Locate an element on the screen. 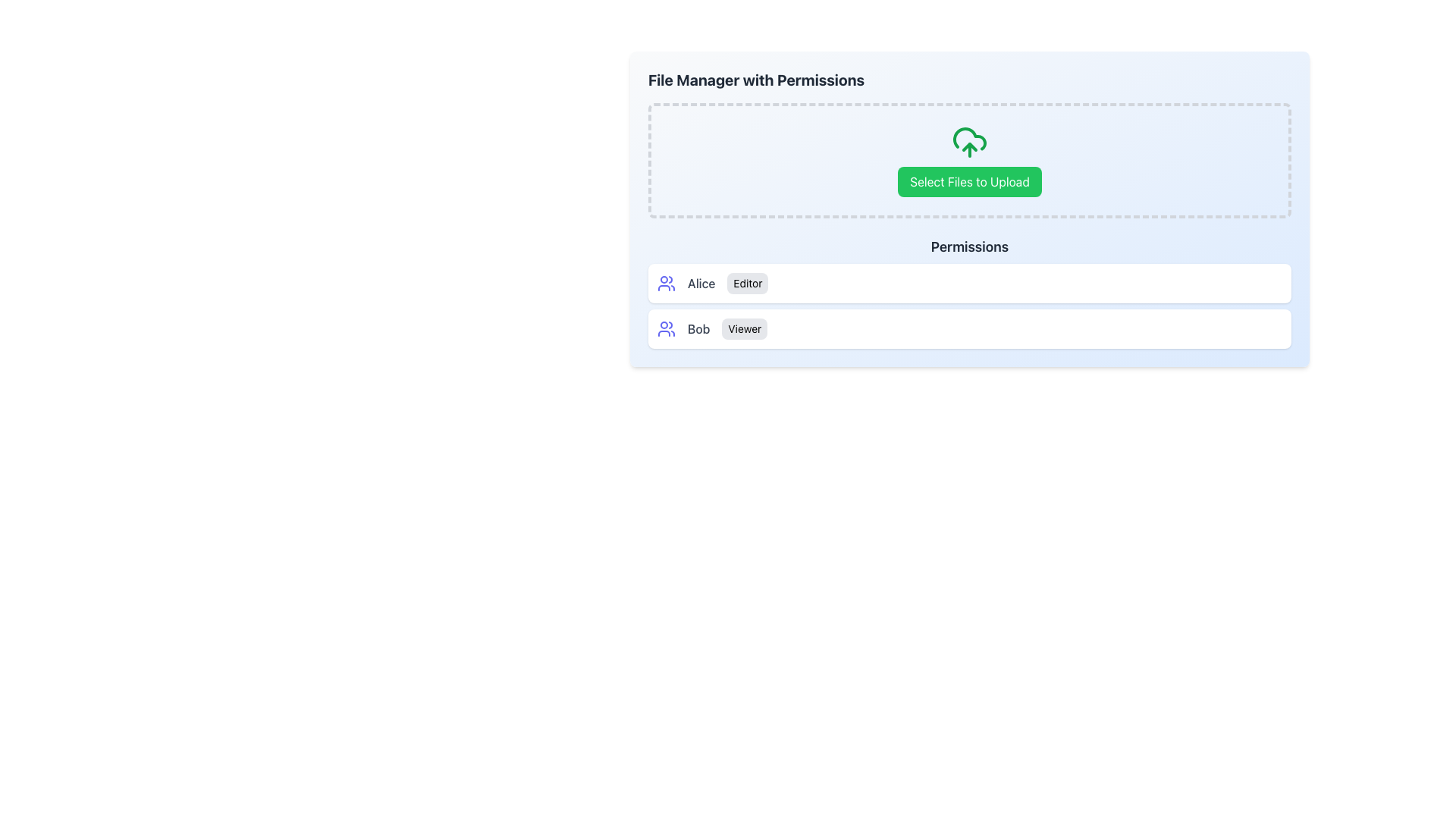 The width and height of the screenshot is (1456, 819). the green upload icon depicting a cloud with an upward arrow, which is located above the 'Select Files to Upload' button in the dashed-bordered file upload area is located at coordinates (968, 143).